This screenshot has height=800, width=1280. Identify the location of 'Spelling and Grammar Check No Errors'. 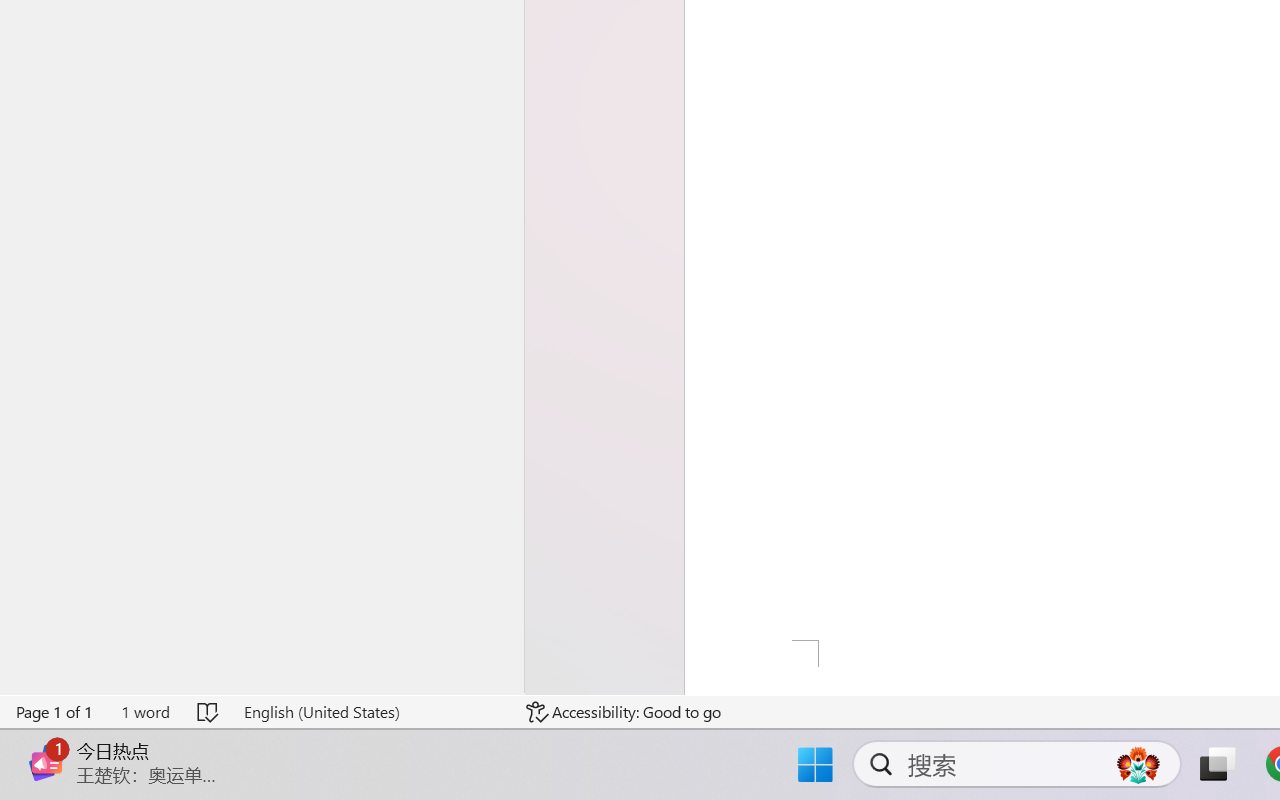
(209, 711).